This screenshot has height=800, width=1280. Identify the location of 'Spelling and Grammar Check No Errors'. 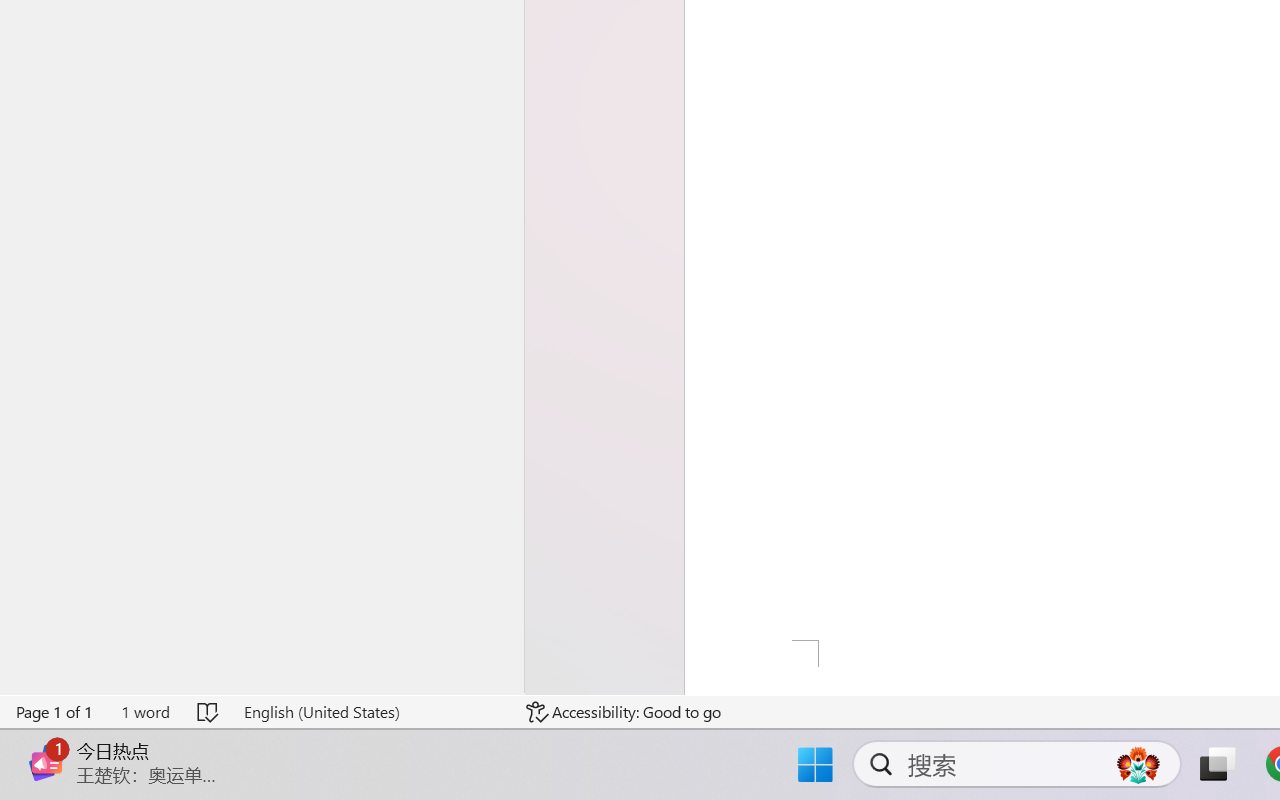
(209, 711).